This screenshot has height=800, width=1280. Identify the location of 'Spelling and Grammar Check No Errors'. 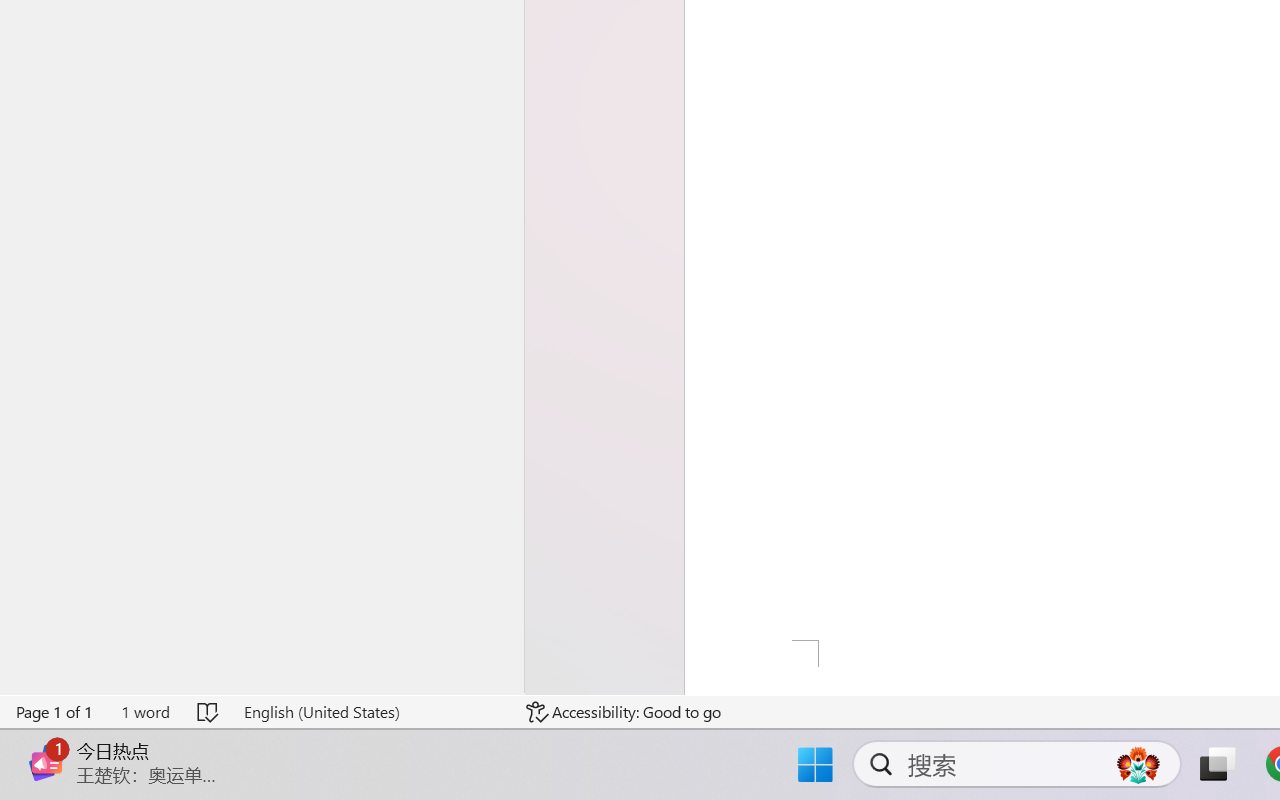
(209, 711).